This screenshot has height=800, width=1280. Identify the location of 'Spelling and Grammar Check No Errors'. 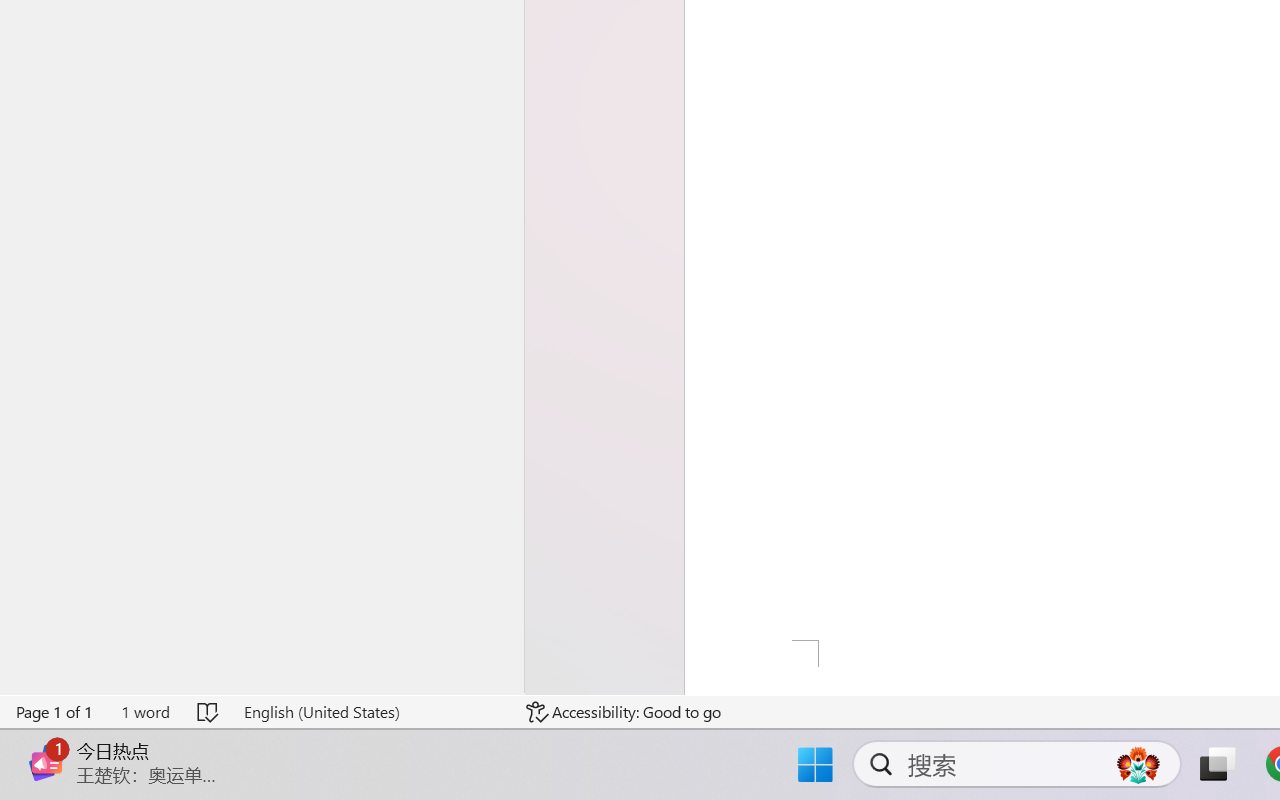
(209, 711).